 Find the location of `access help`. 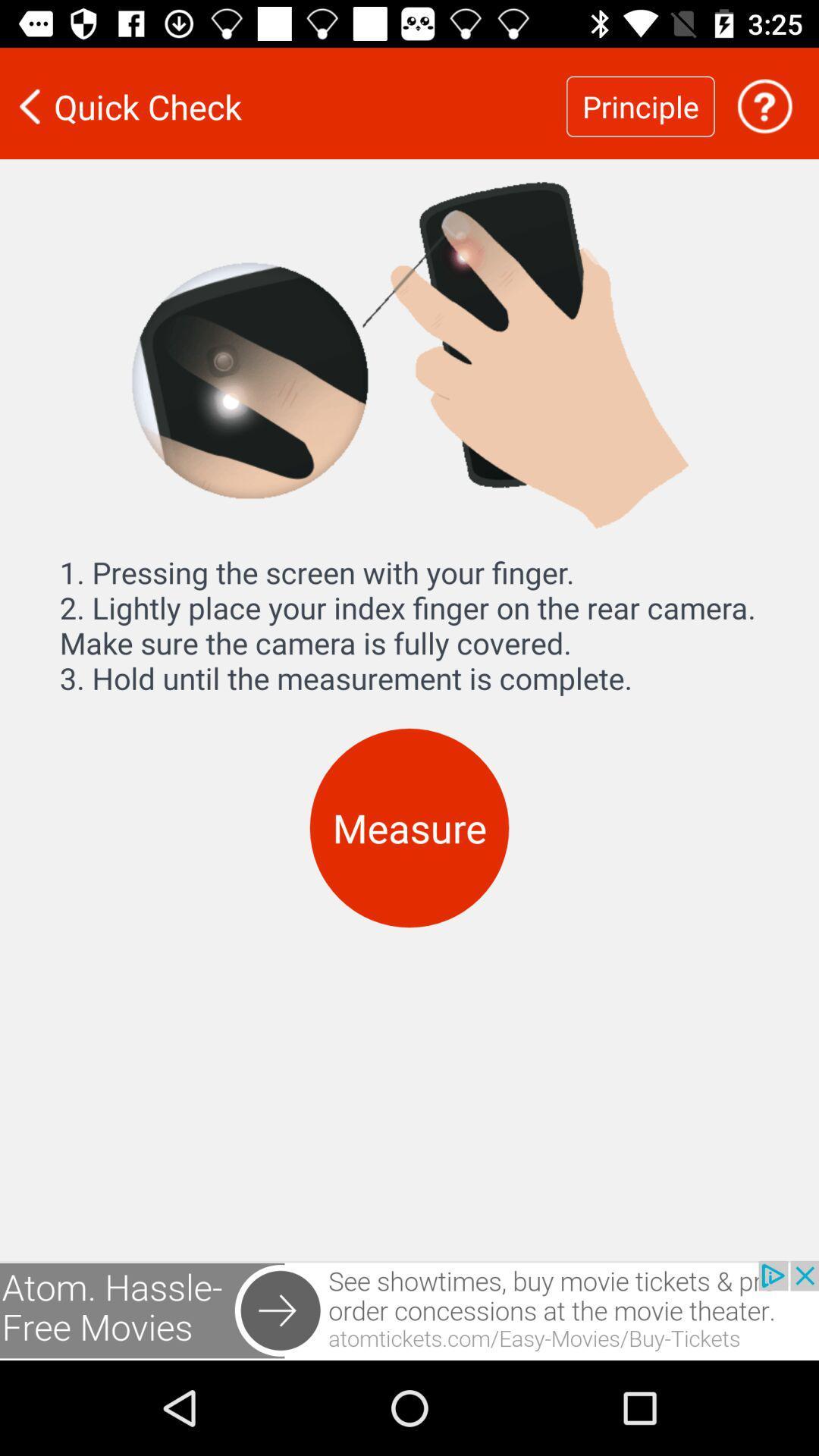

access help is located at coordinates (764, 105).